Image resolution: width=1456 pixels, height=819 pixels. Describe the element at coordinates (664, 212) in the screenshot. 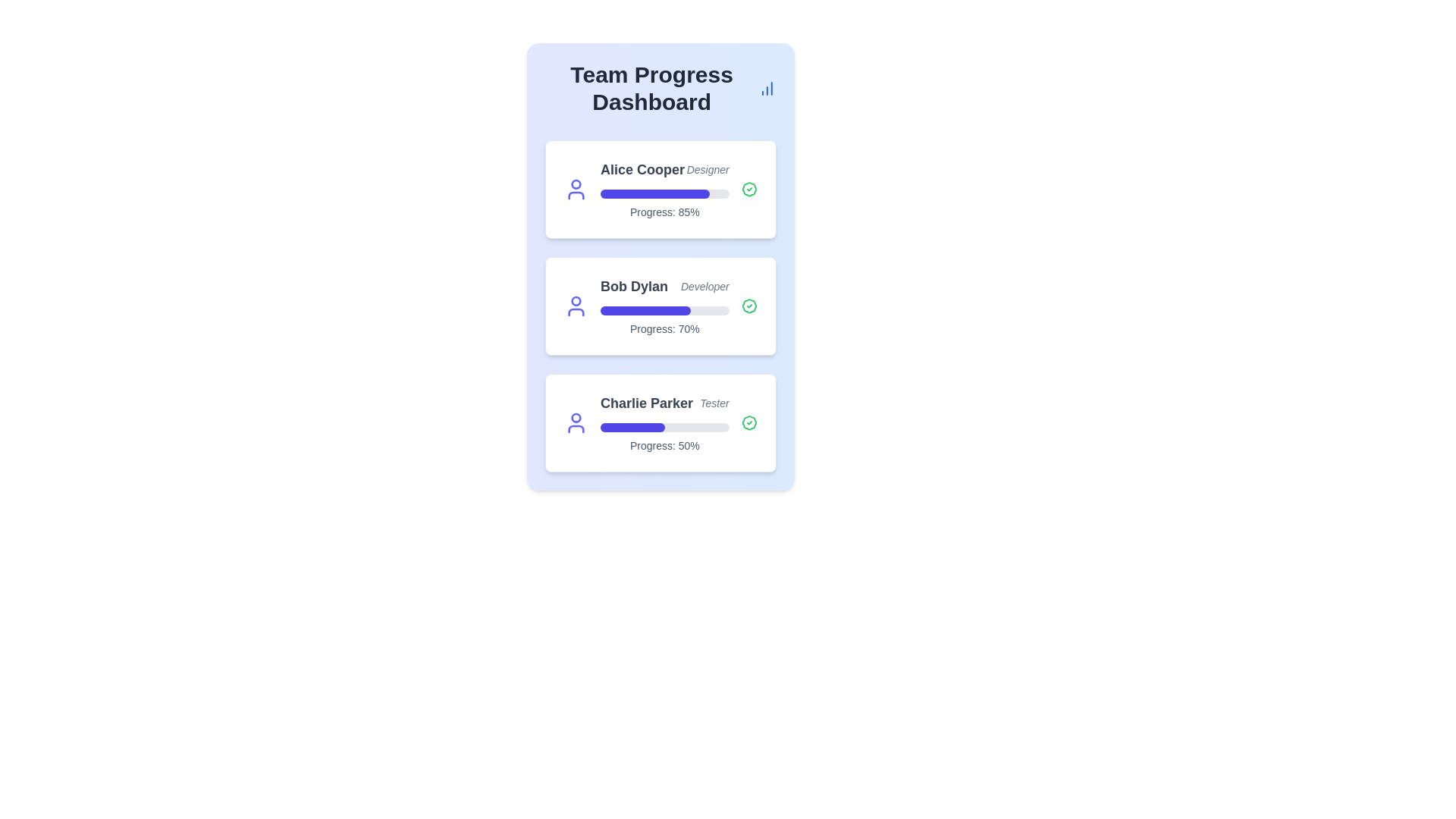

I see `the informational text label that displays the percentage progress for user 'Alice Cooper', which is centrally located at the bottom section of the card beneath the progress bar` at that location.